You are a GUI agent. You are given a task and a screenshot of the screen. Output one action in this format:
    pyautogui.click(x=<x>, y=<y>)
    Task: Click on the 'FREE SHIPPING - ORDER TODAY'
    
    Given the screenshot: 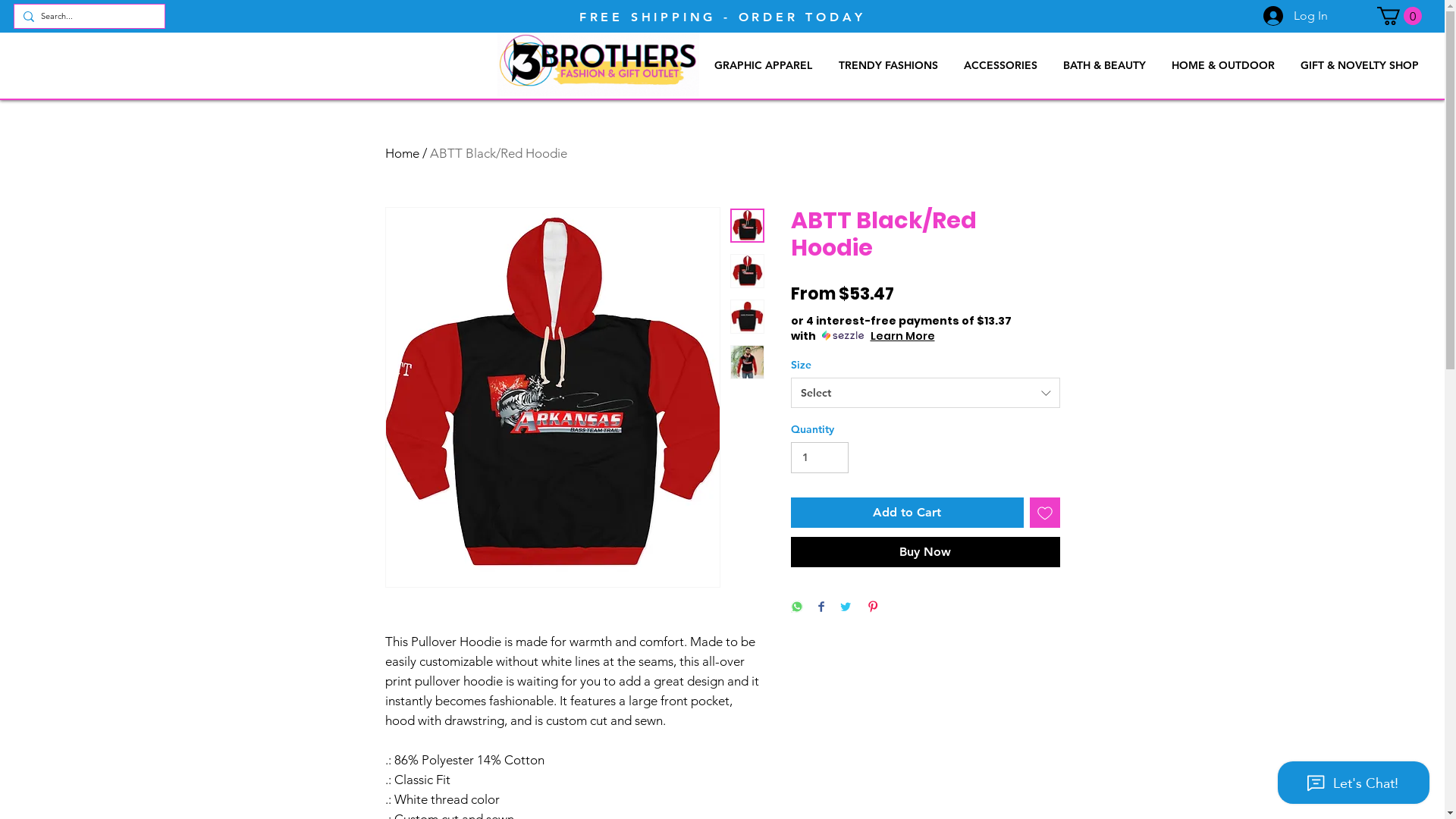 What is the action you would take?
    pyautogui.click(x=722, y=17)
    